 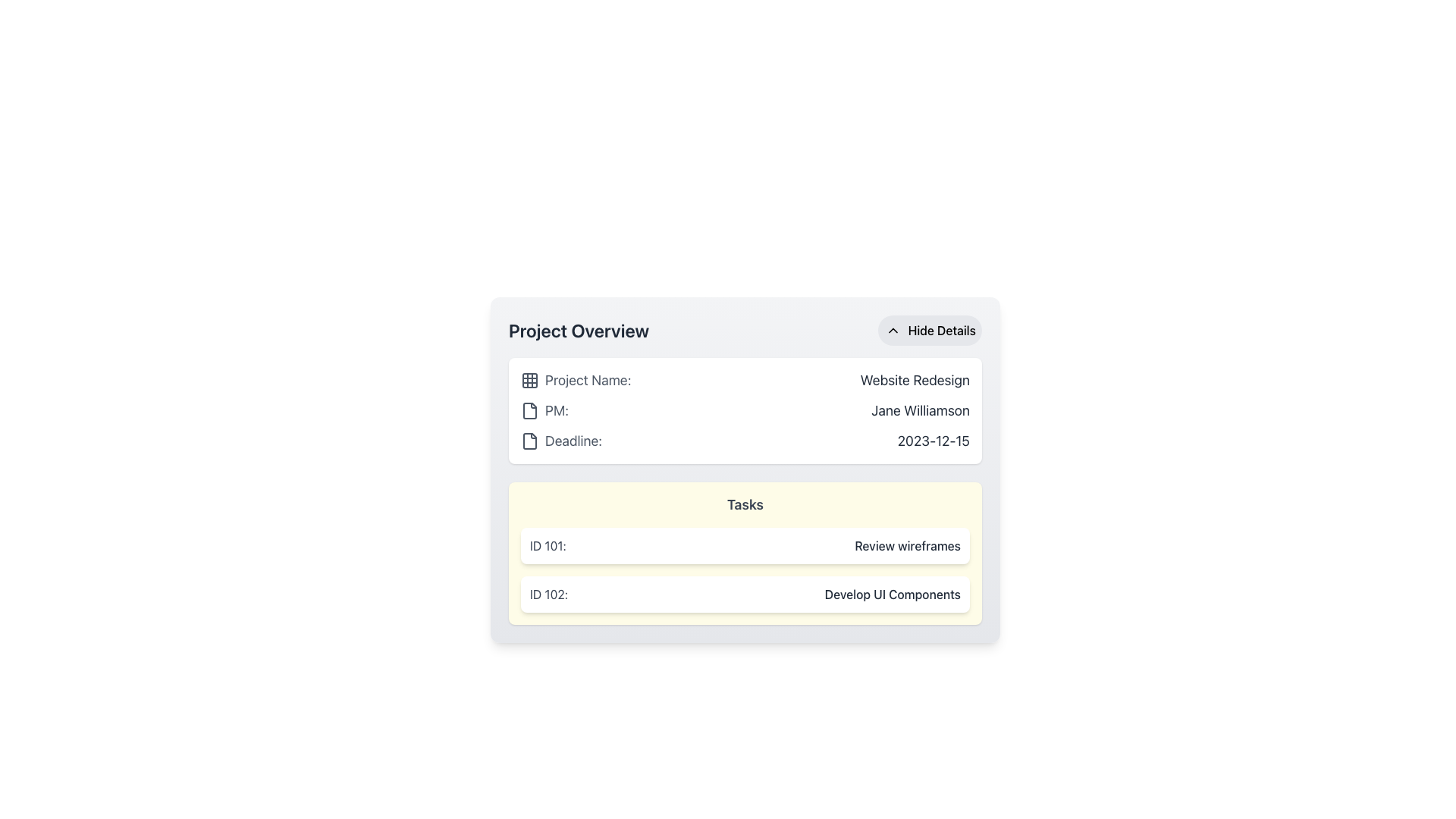 What do you see at coordinates (560, 441) in the screenshot?
I see `the text label element that describes the deadline date, which is located before the date '2023-12-15' in the 'Project Overview' section` at bounding box center [560, 441].